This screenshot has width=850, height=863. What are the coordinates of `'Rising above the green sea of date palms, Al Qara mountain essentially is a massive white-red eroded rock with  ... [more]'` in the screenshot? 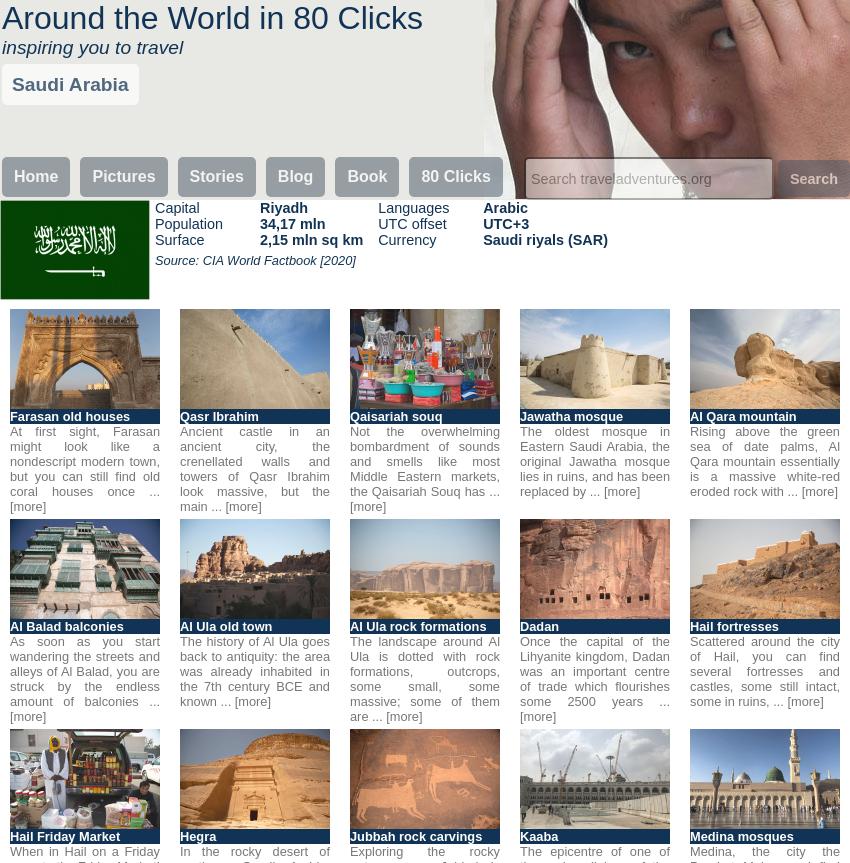 It's located at (765, 460).